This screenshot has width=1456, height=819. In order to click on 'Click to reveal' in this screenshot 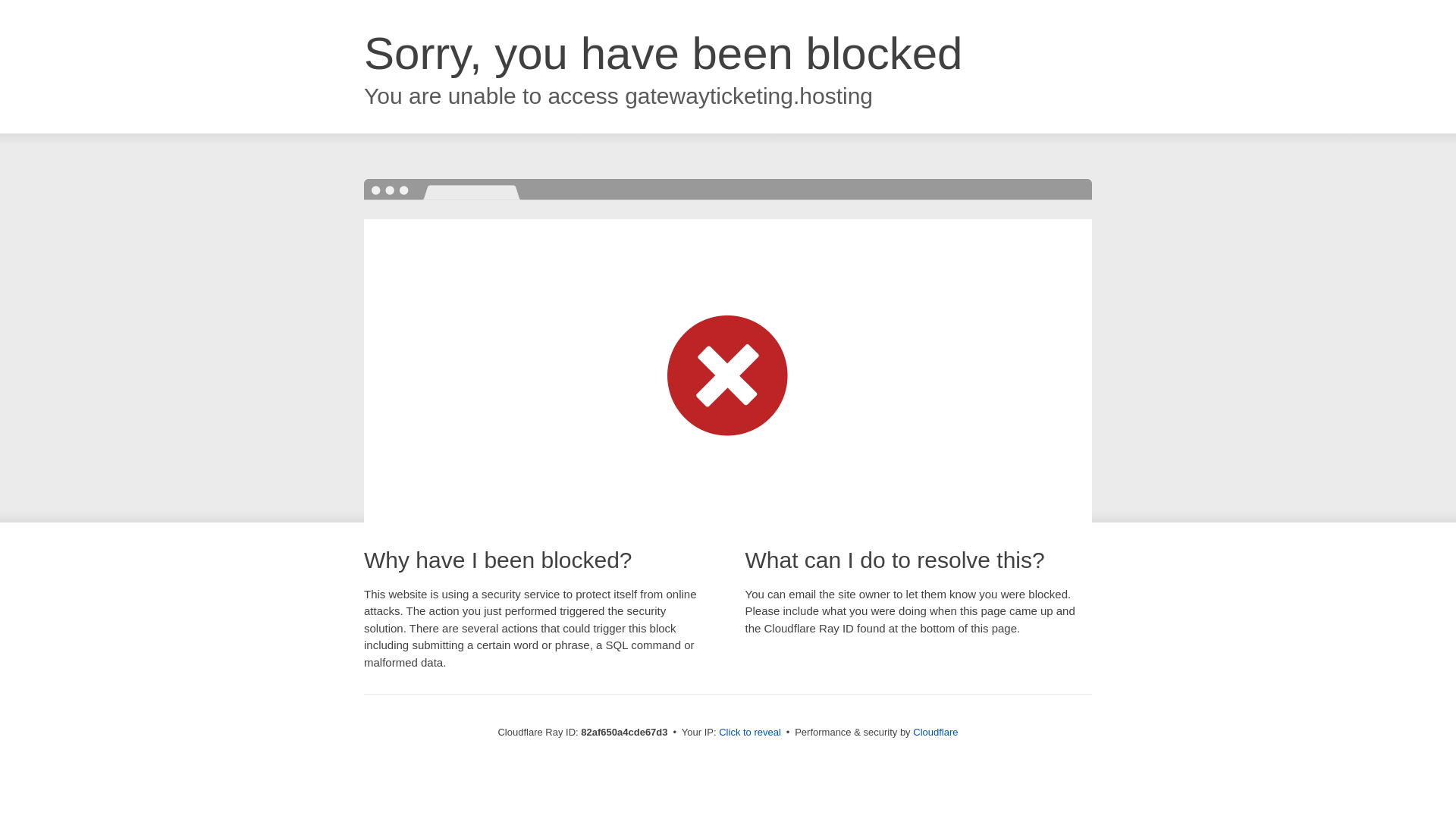, I will do `click(749, 731)`.